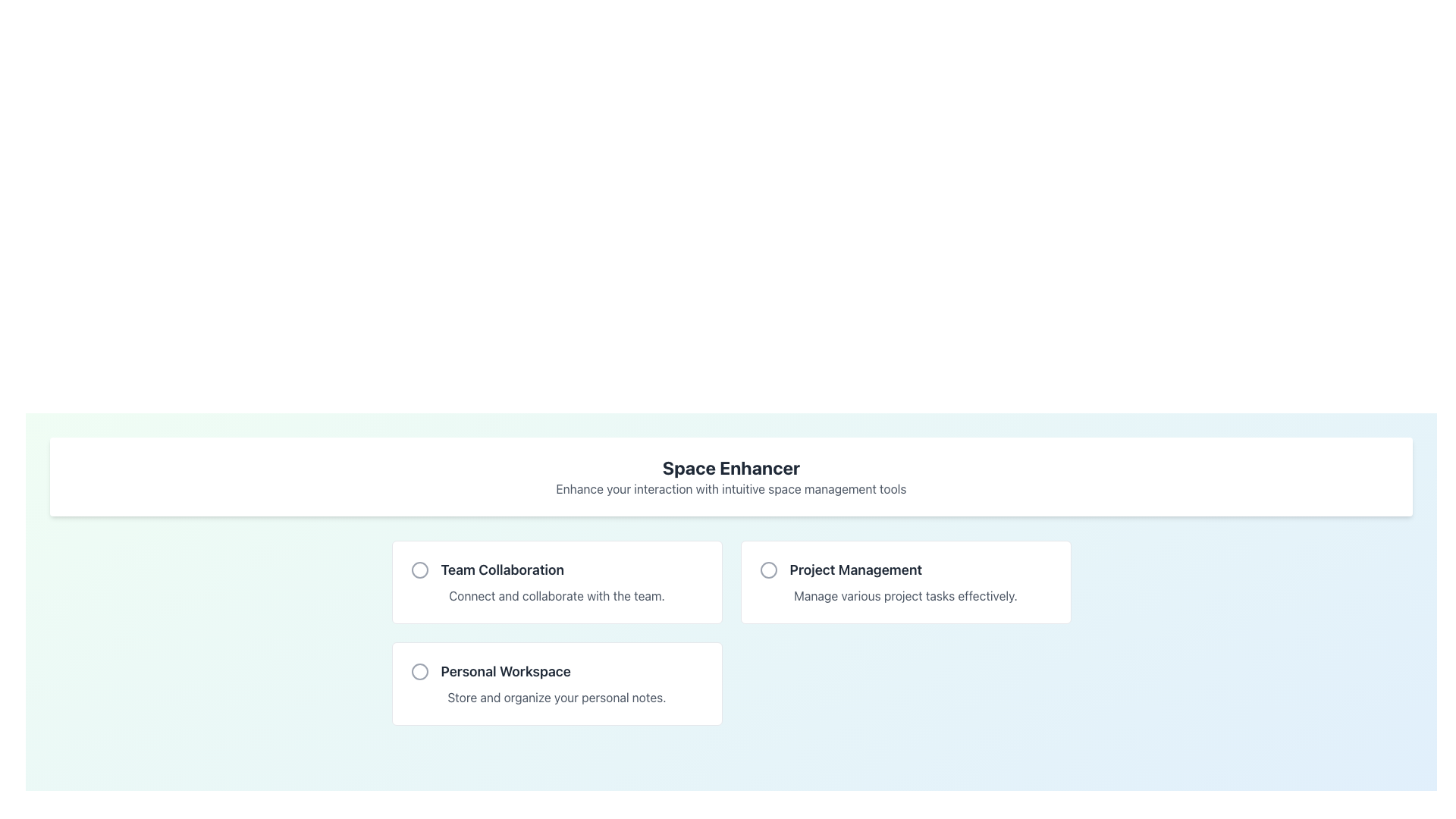 This screenshot has height=819, width=1456. I want to click on the 'Personal Workspace' selectable card located in the bottom-left corner of the grid layout, so click(556, 684).